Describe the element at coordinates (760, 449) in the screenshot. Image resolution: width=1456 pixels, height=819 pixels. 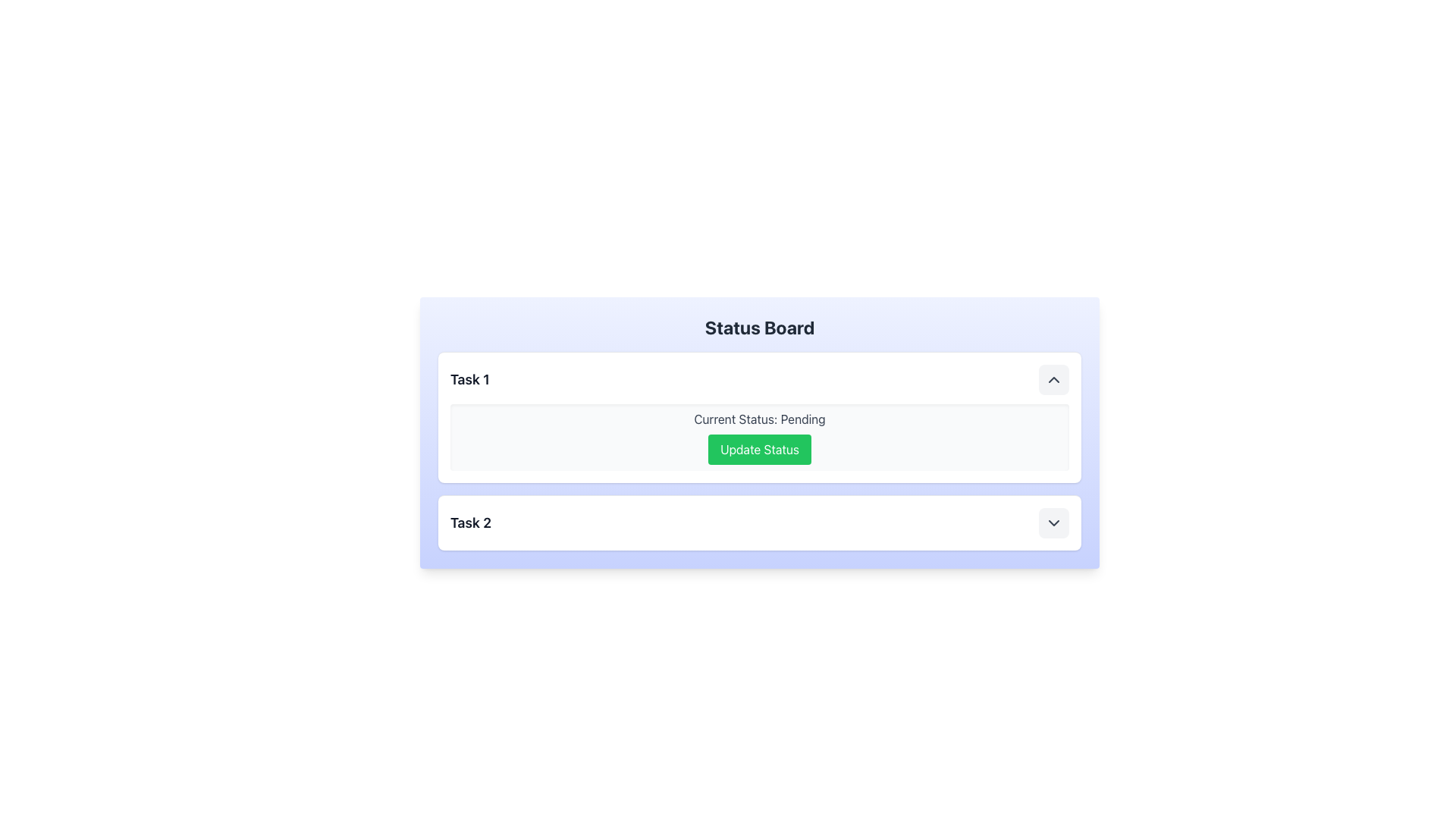
I see `the rectangular button with a green background and white text labeled 'Update Status' located centrally below the 'Current Status: Pending' text in the 'Task 1' section to update the status` at that location.